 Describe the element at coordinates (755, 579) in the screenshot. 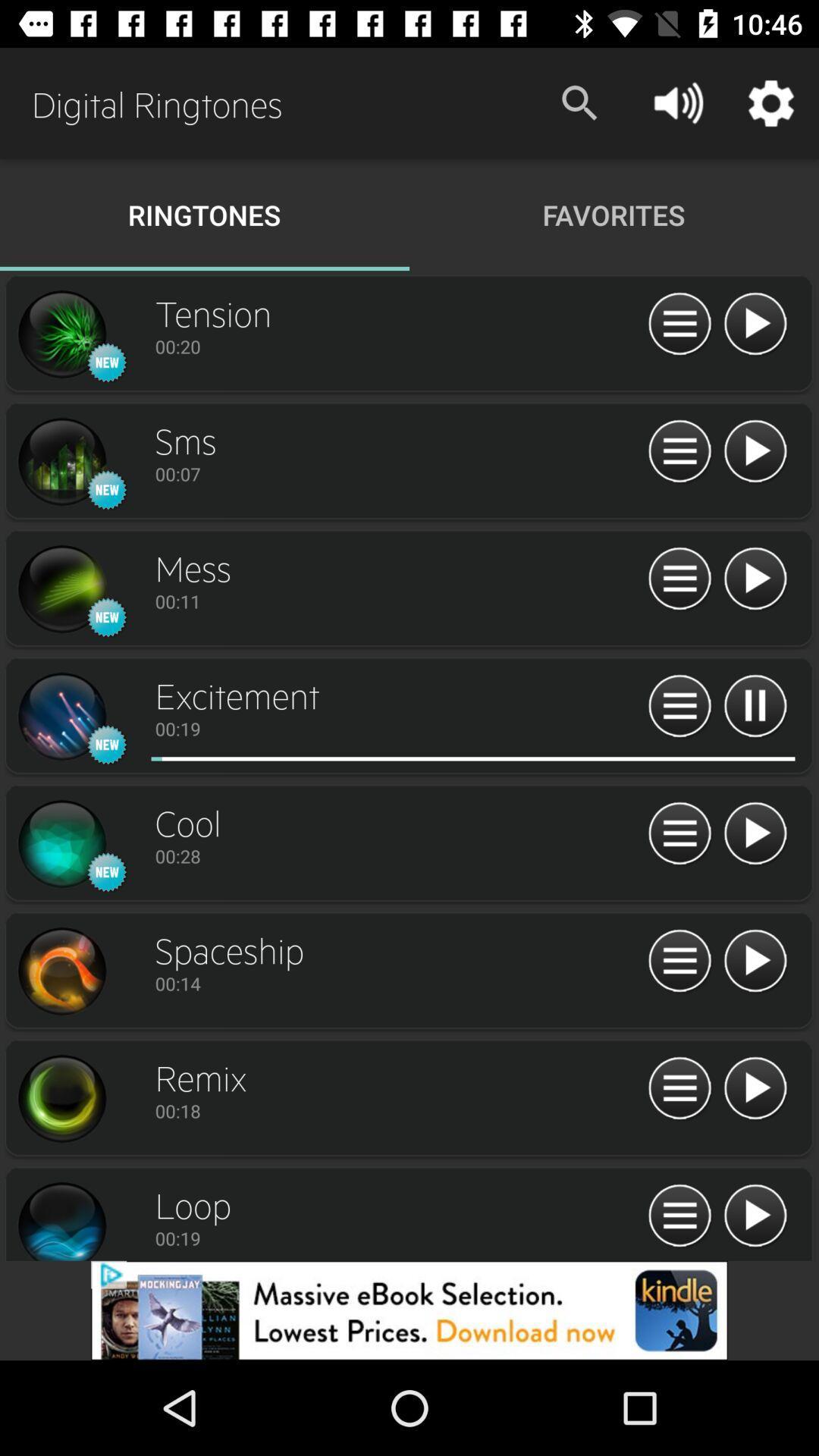

I see `option` at that location.